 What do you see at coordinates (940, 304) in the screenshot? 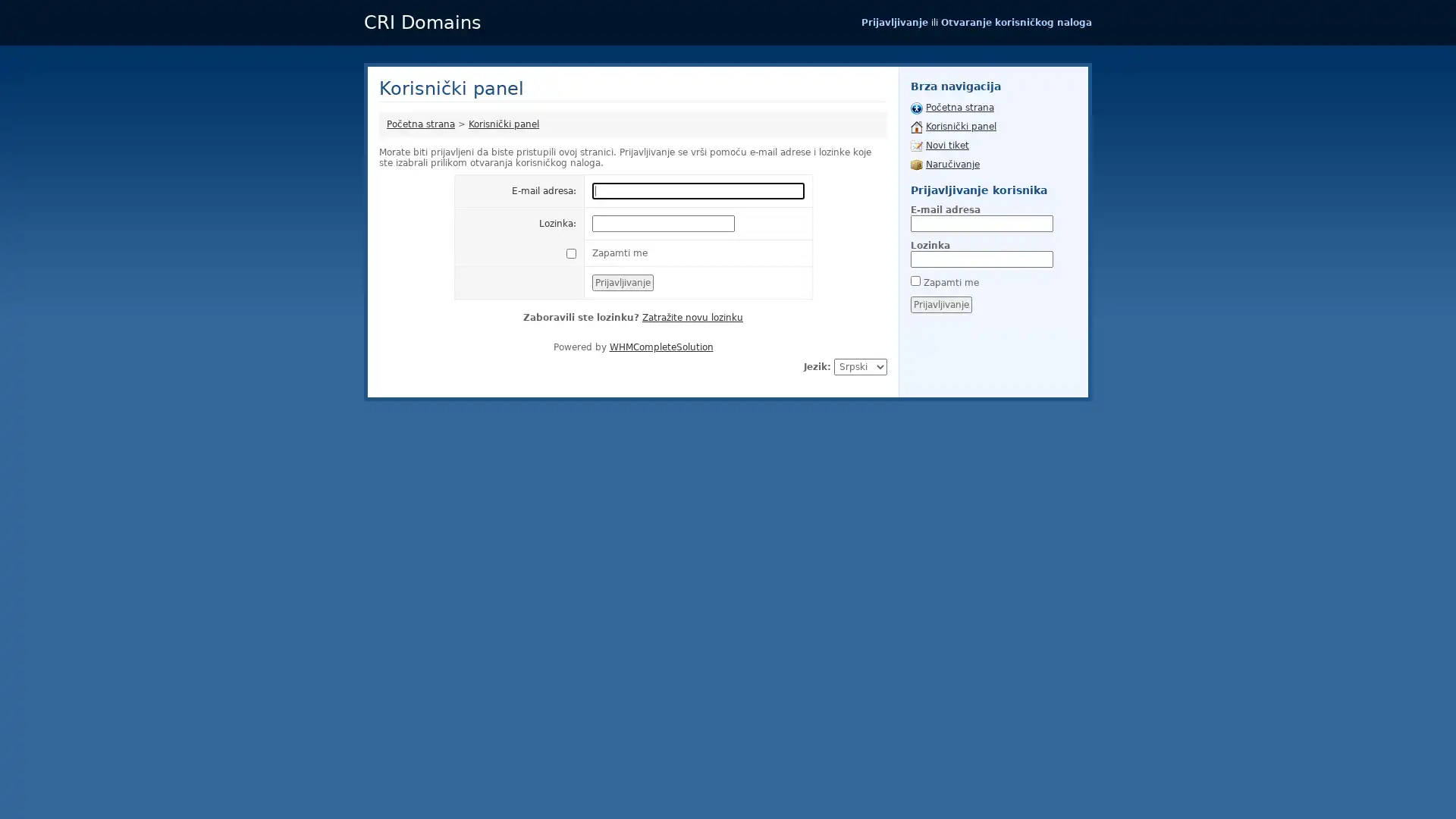
I see `Prijavljivanje` at bounding box center [940, 304].